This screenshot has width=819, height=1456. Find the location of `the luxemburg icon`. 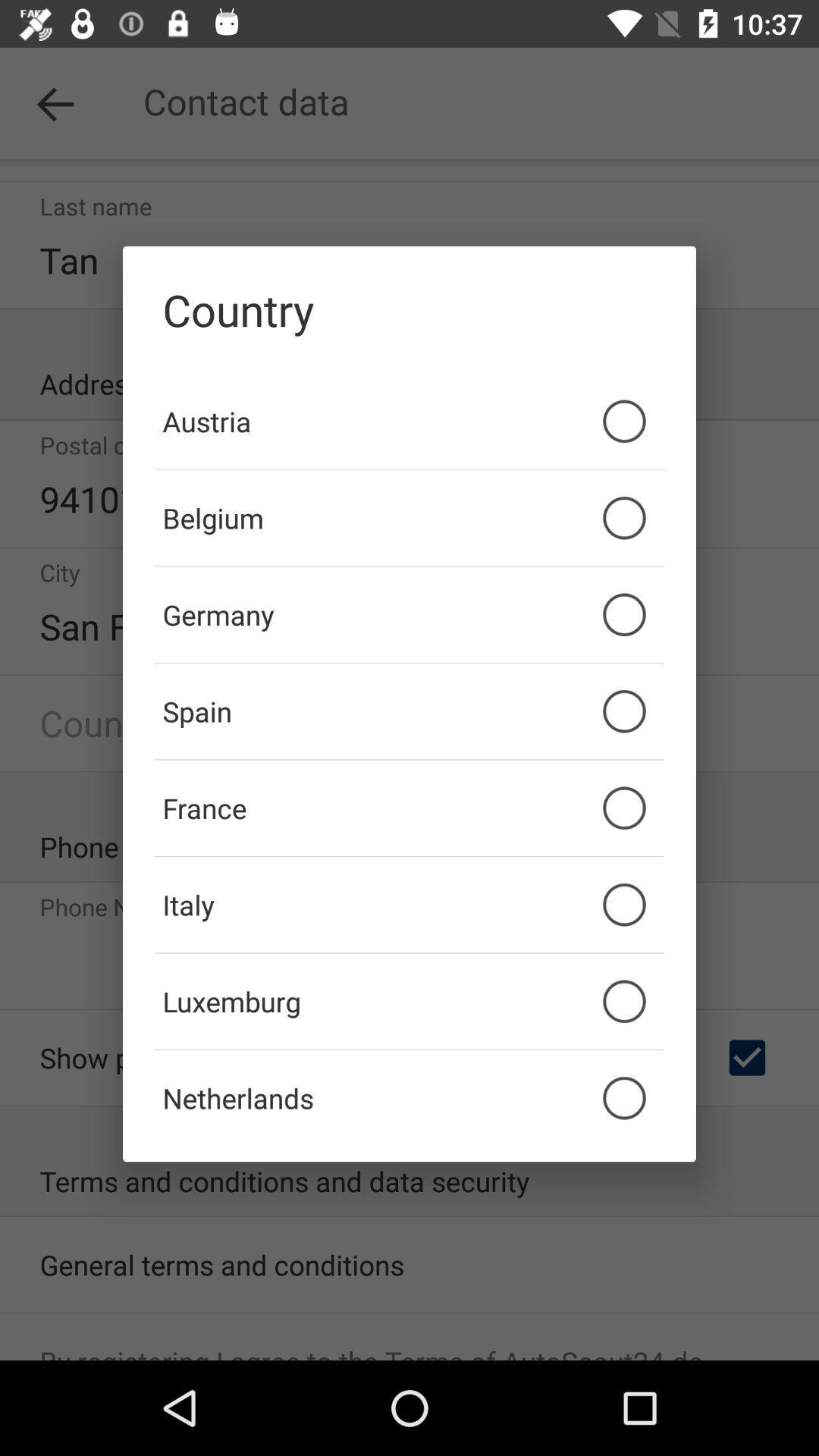

the luxemburg icon is located at coordinates (409, 1001).